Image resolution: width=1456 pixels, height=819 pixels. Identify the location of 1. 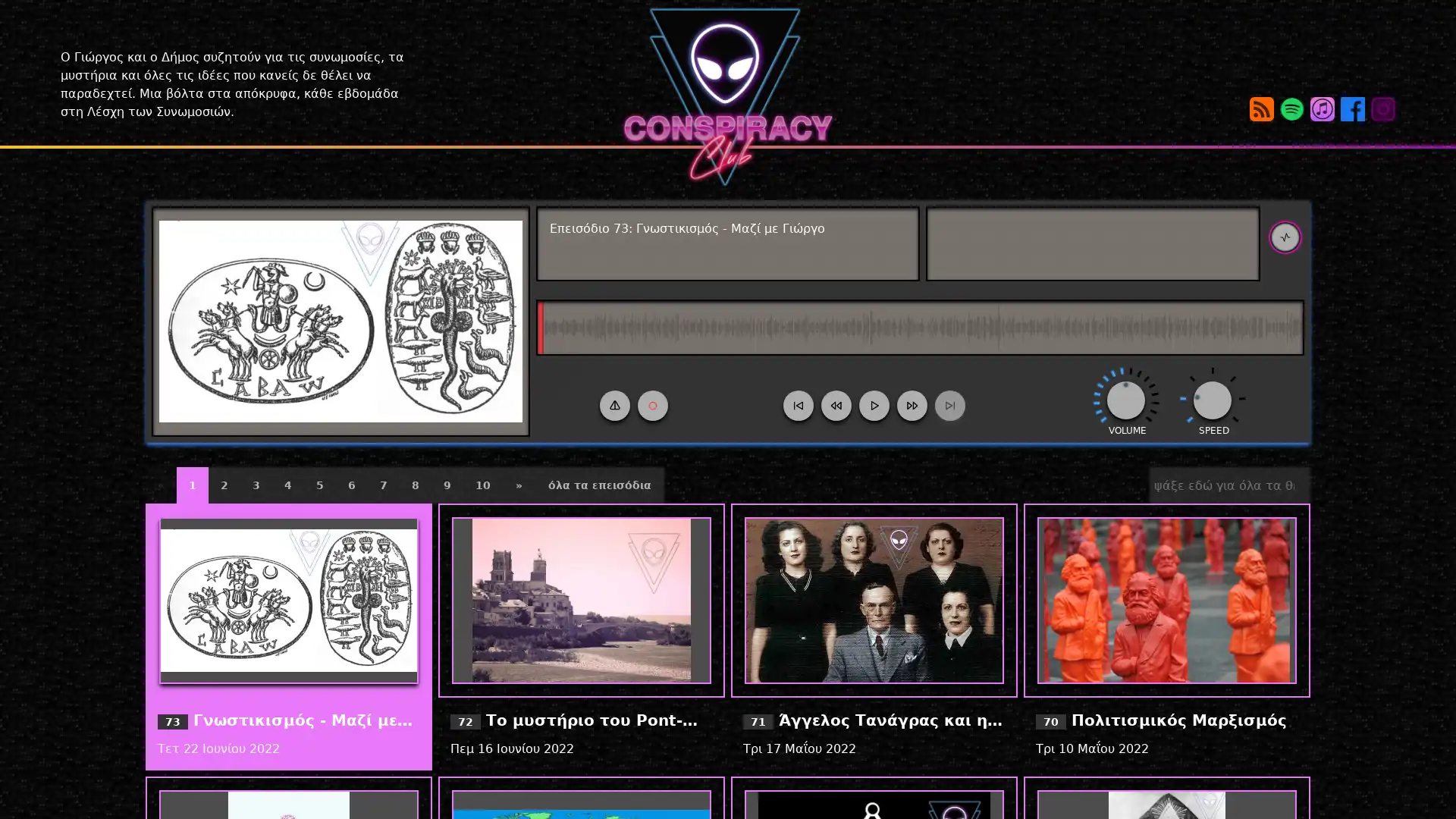
(192, 485).